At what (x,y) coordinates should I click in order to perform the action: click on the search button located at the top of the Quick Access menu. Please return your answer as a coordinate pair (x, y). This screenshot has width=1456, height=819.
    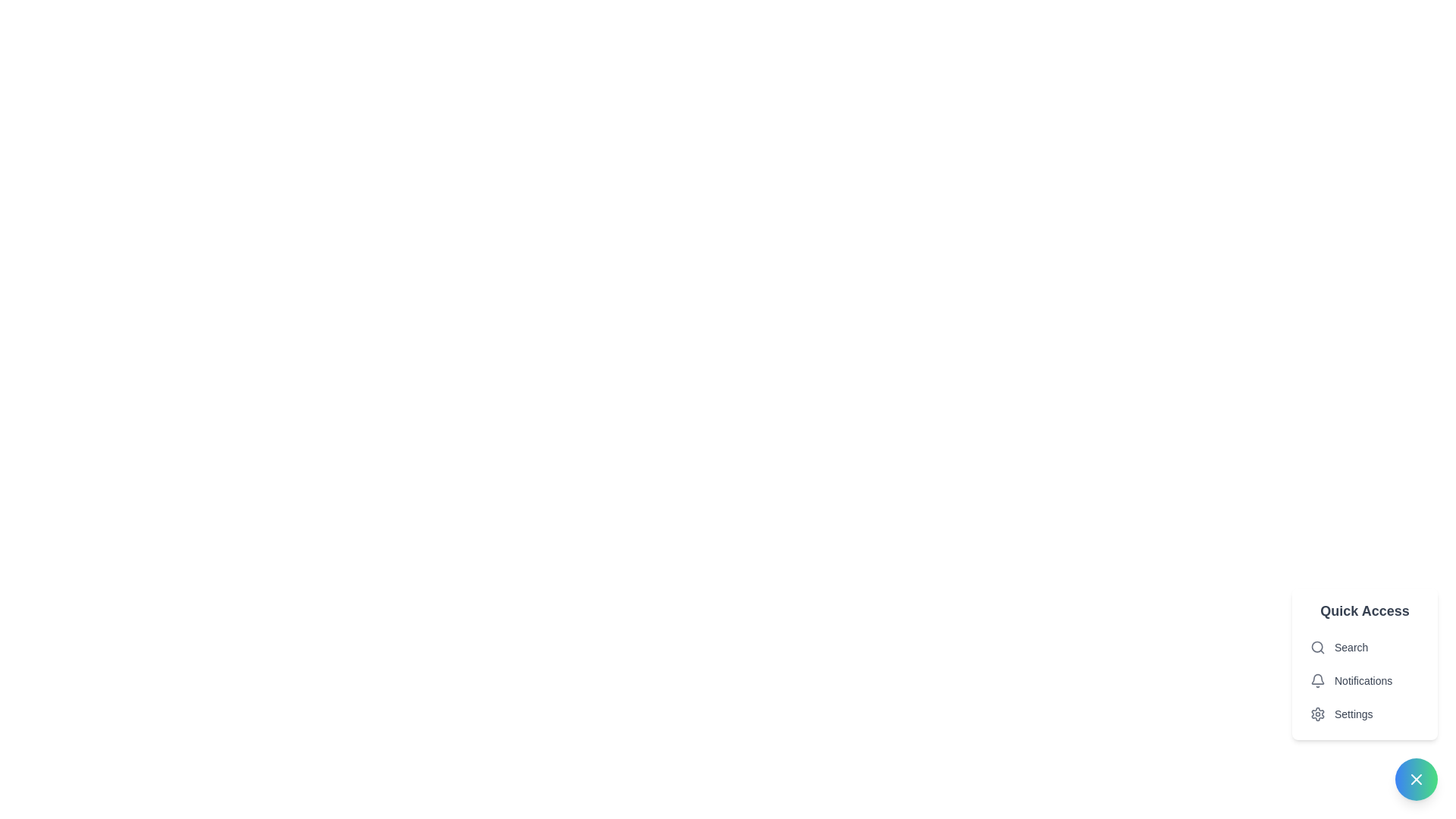
    Looking at the image, I should click on (1365, 647).